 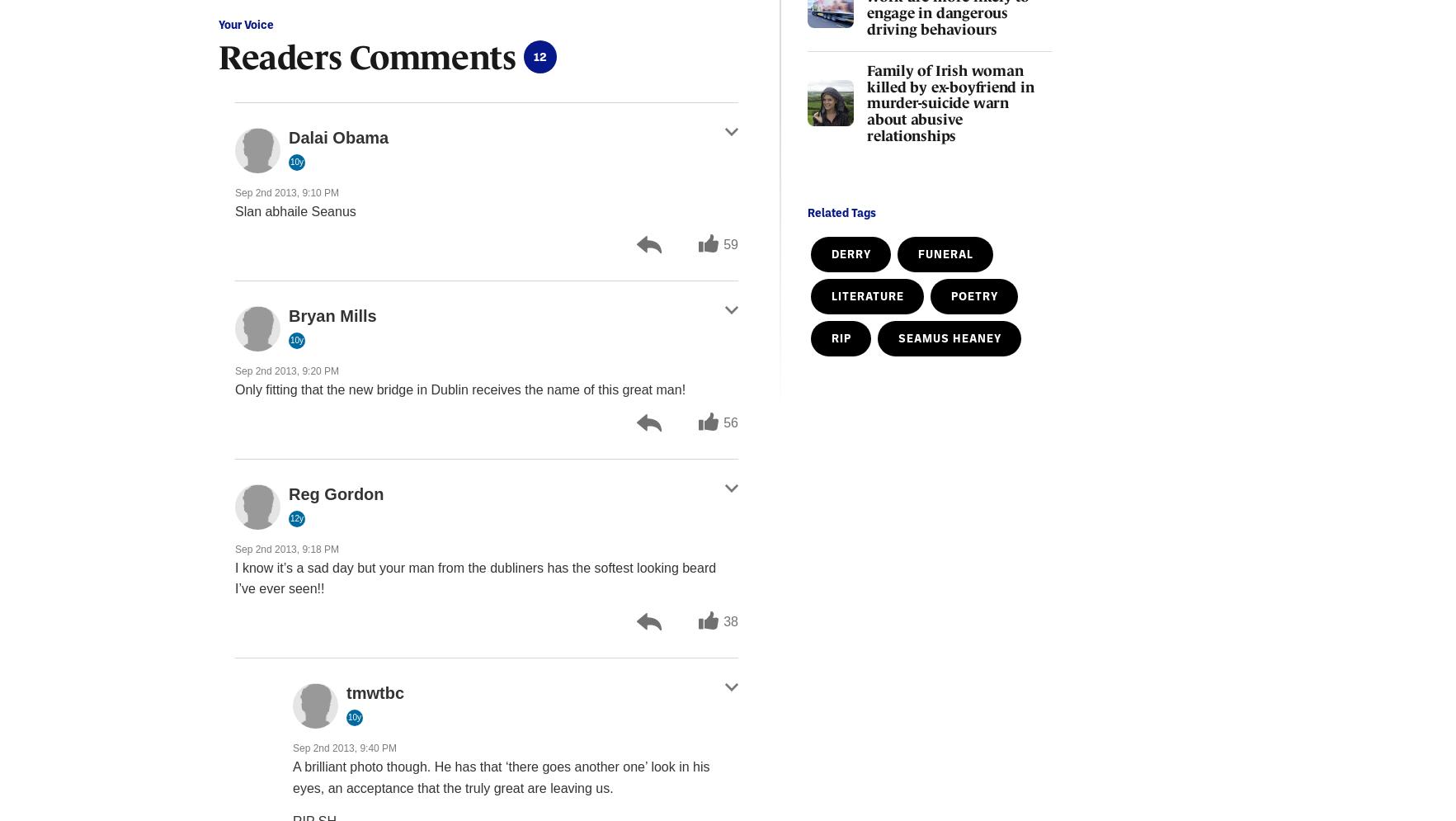 I want to click on 'Dalai Obama', so click(x=337, y=137).